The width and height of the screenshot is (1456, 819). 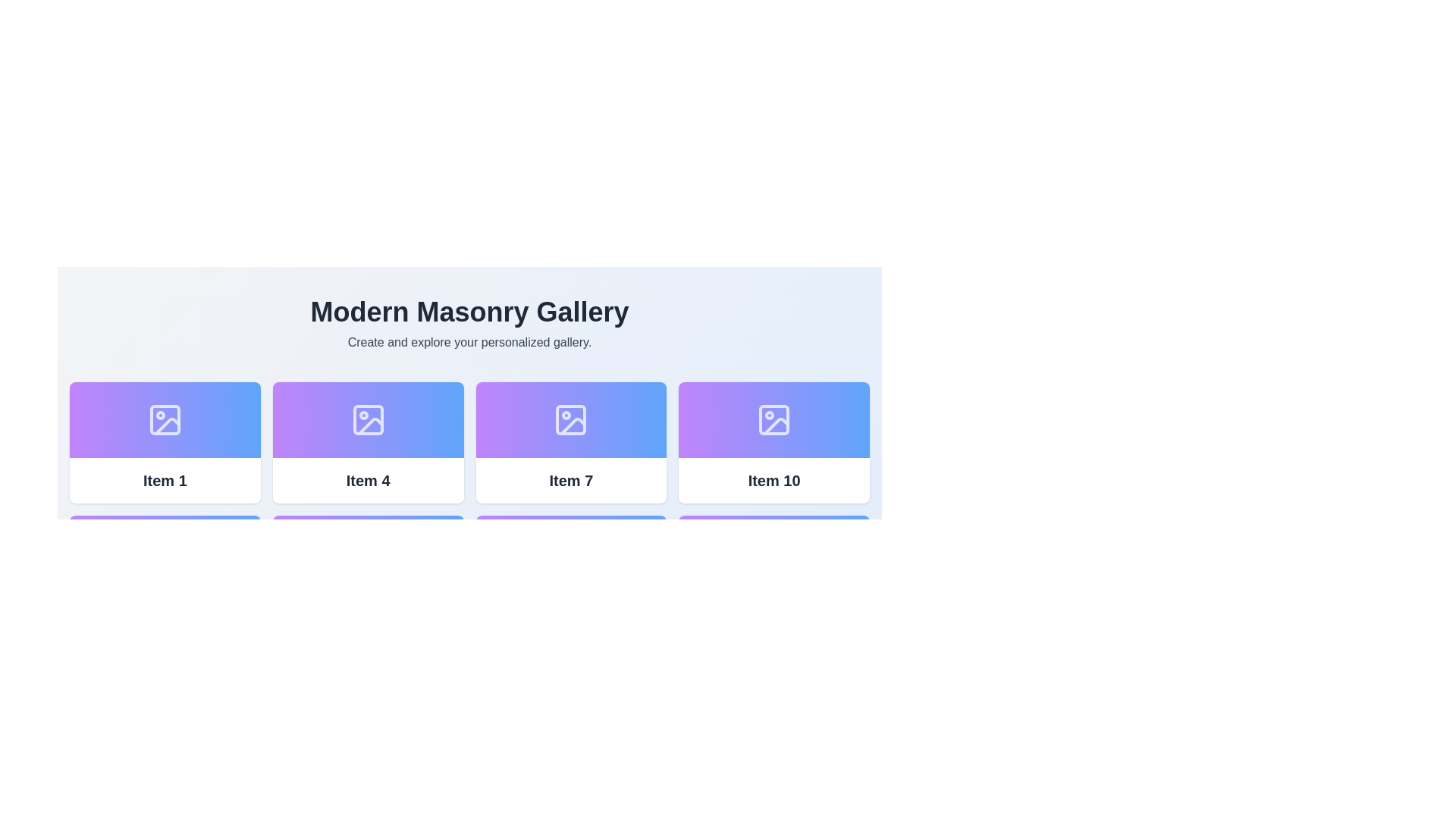 I want to click on the text label that reads 'Item 4', styled with a large, bold font and colored in dark gray, located in the second row of cards in a grid layout, so click(x=368, y=480).